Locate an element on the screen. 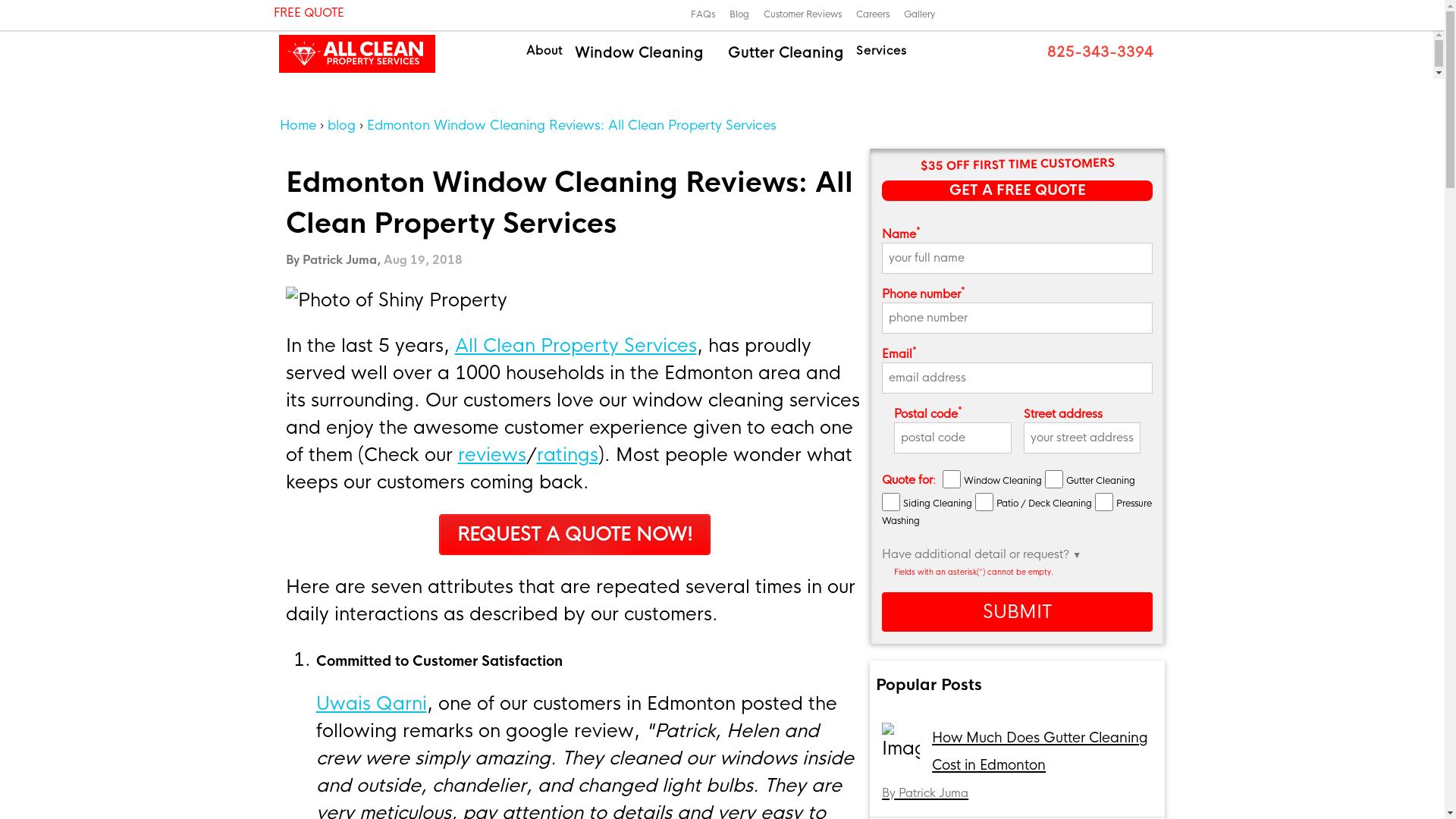 The image size is (1456, 819). 'About' is located at coordinates (544, 52).